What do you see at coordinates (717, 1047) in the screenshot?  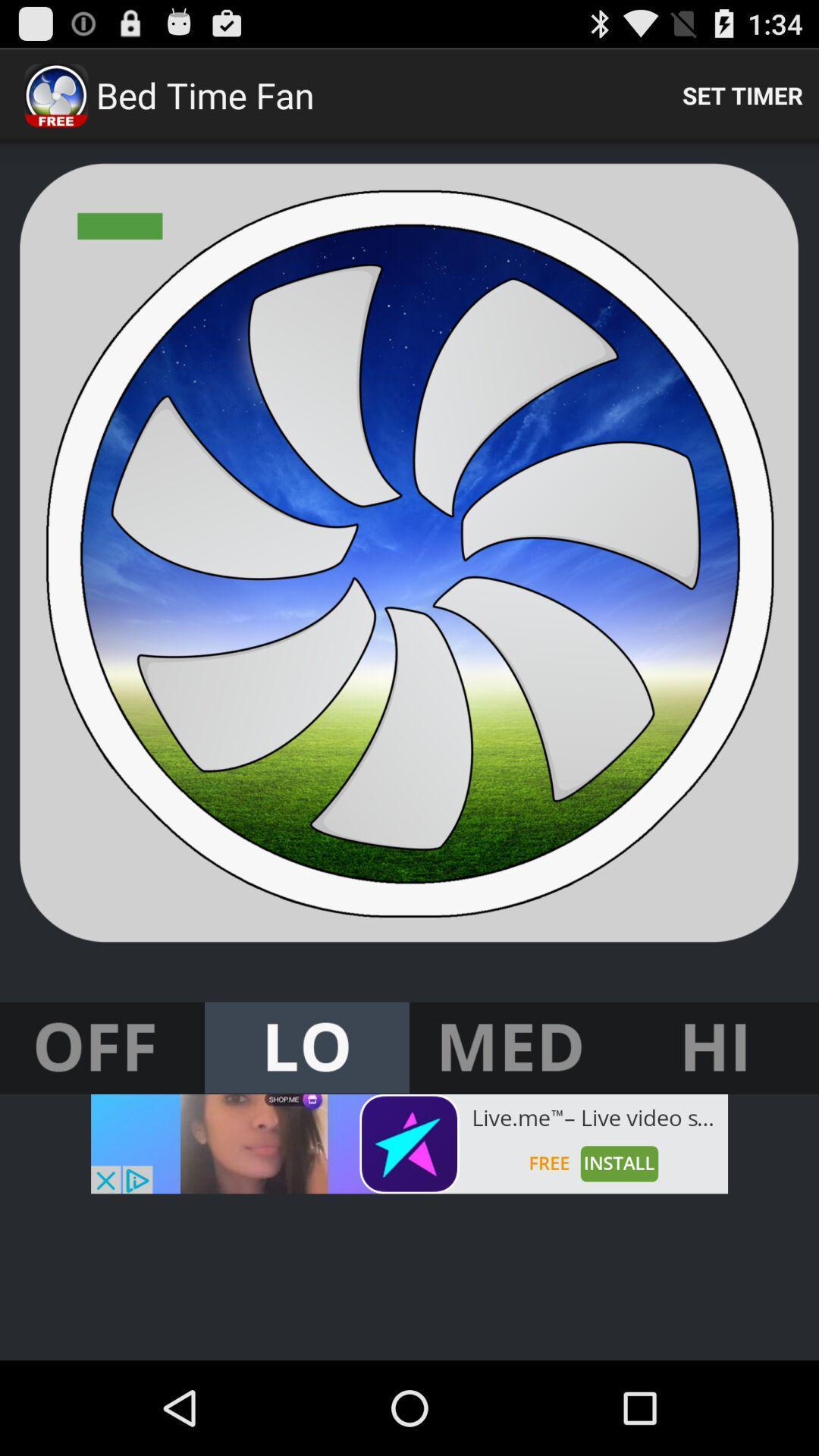 I see `high speed fan sound` at bounding box center [717, 1047].